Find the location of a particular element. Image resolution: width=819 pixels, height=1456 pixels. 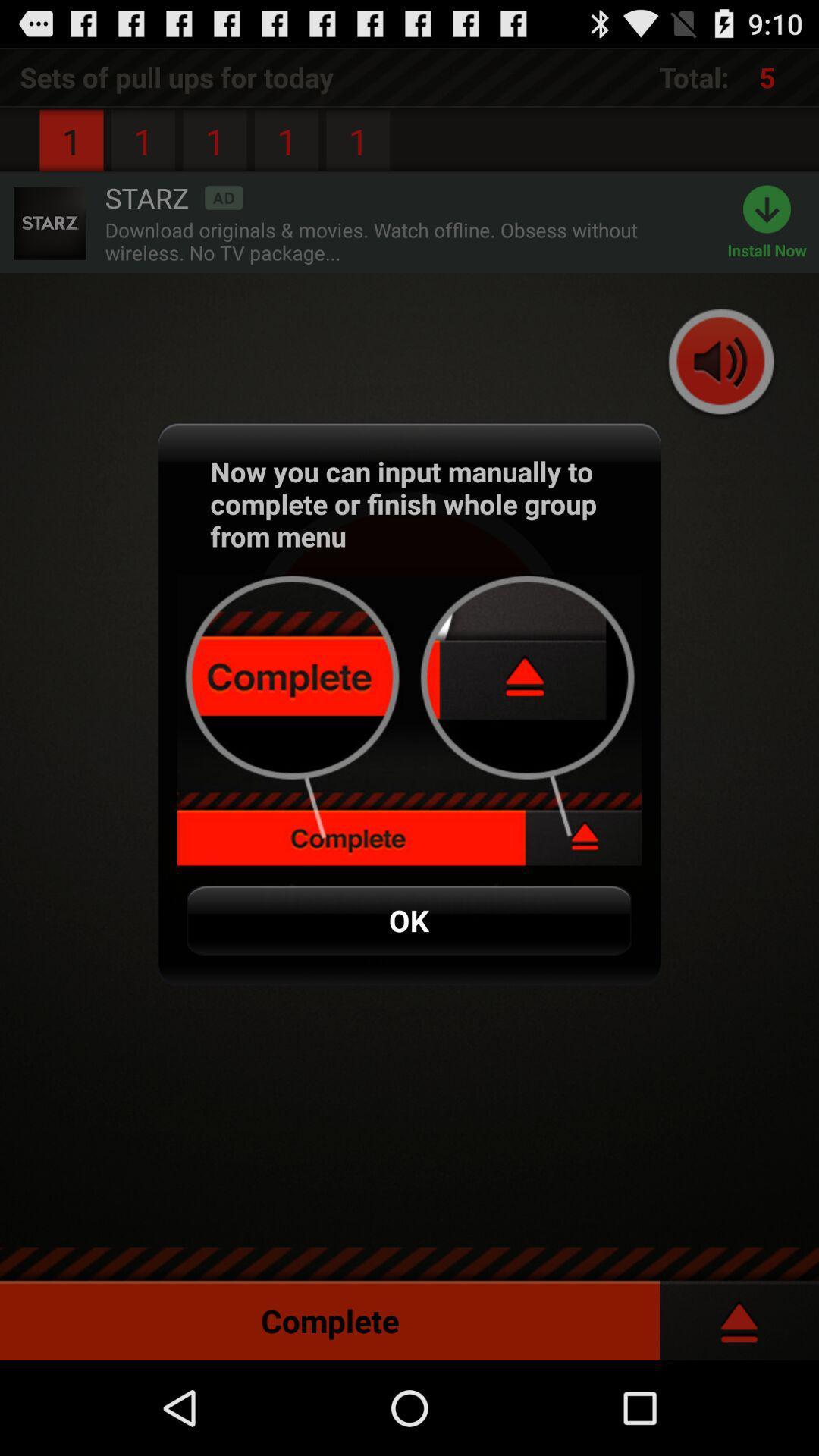

ok is located at coordinates (408, 919).